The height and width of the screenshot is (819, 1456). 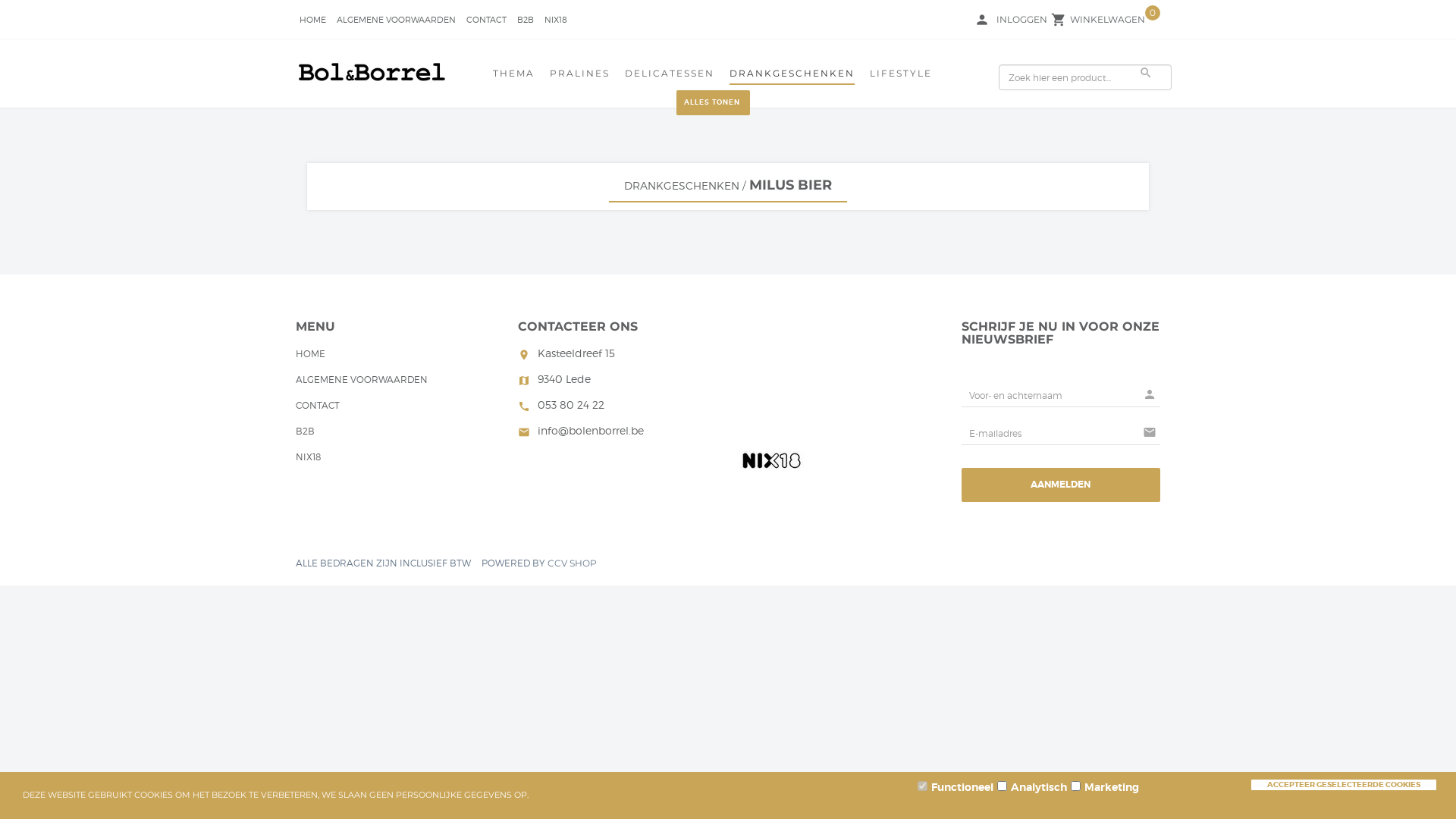 What do you see at coordinates (1060, 485) in the screenshot?
I see `'AANMELDEN'` at bounding box center [1060, 485].